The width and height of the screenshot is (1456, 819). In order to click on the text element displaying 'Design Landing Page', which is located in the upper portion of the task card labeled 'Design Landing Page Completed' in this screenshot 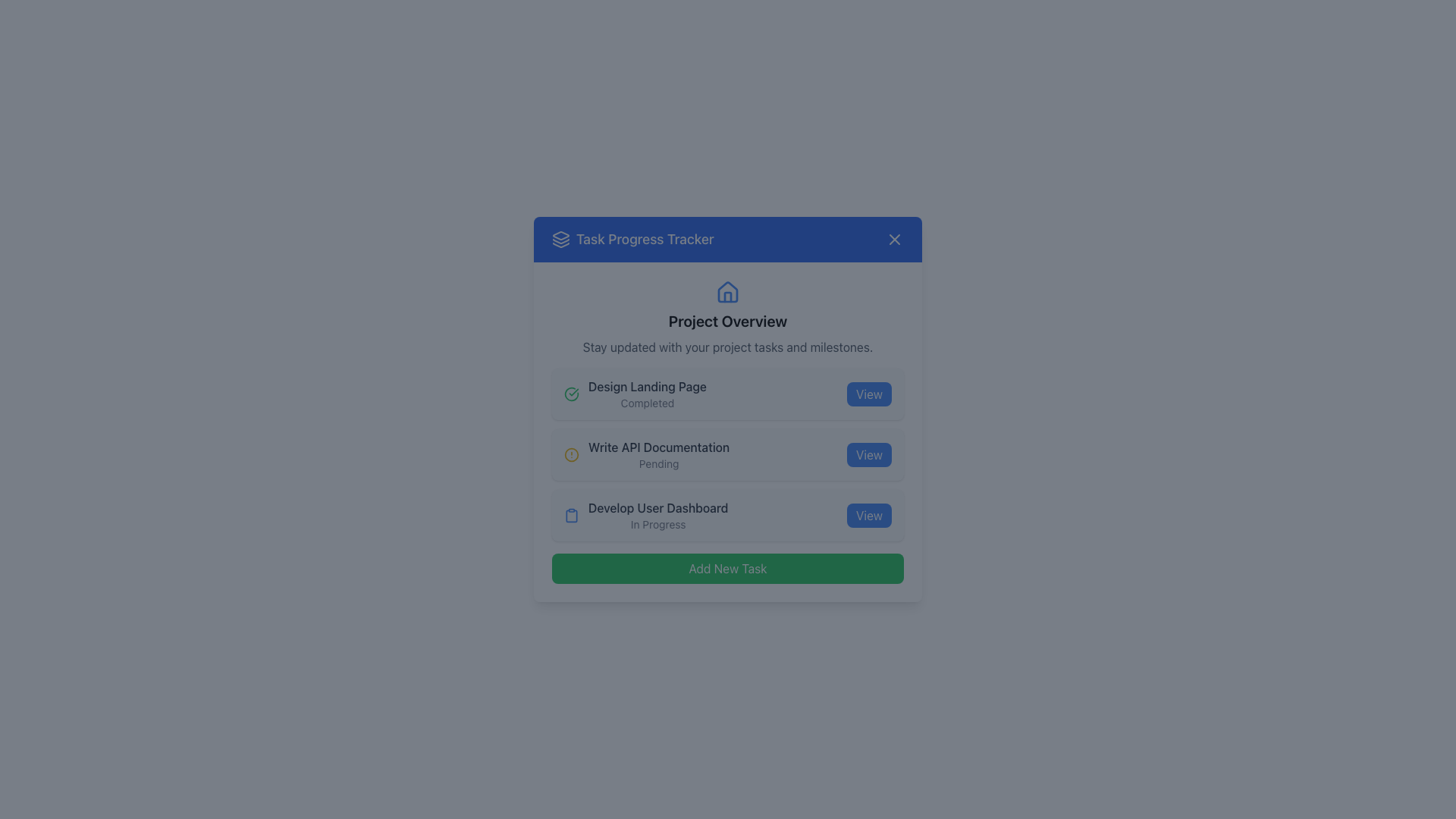, I will do `click(648, 385)`.